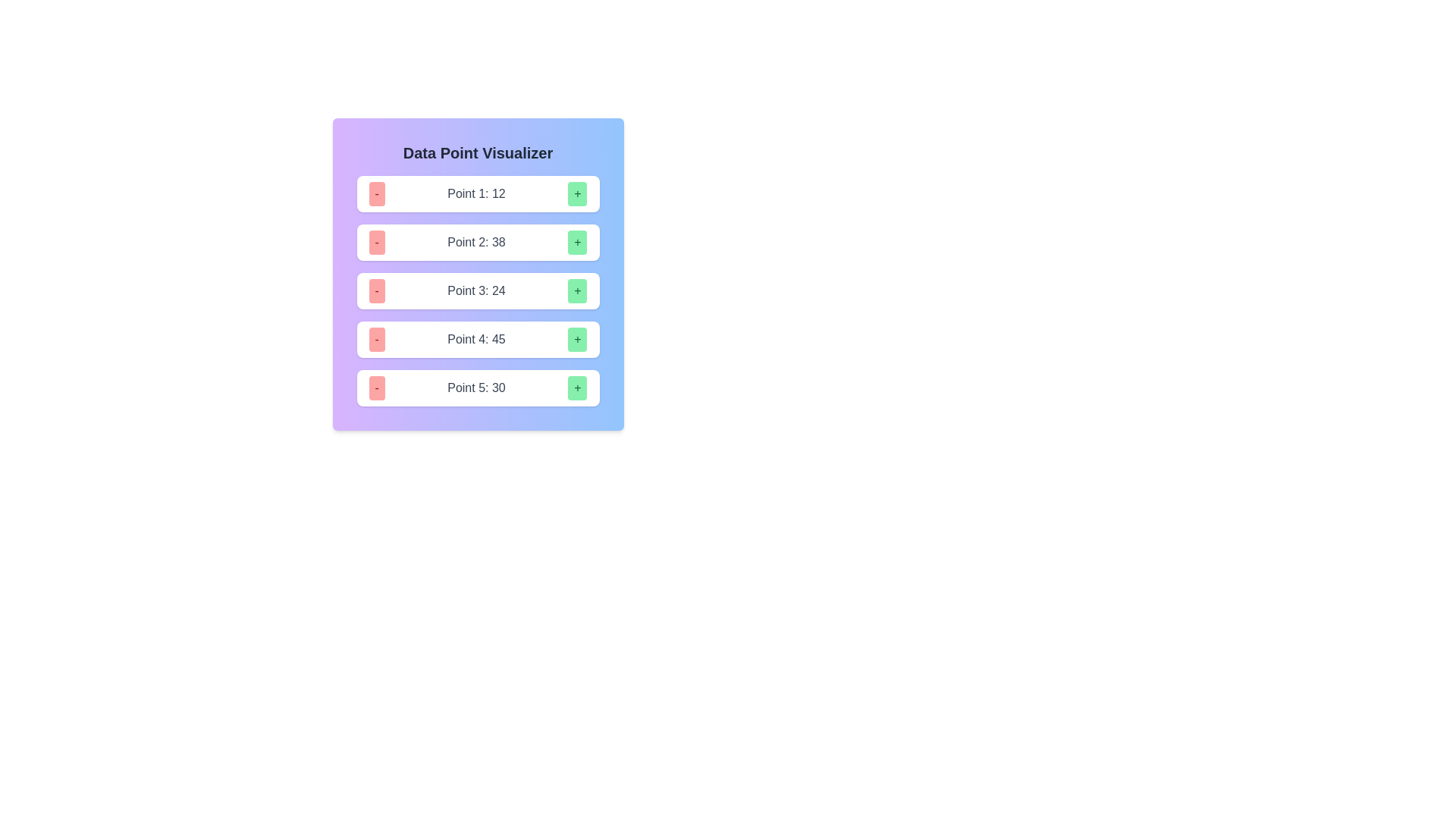 This screenshot has width=1456, height=819. What do you see at coordinates (576, 338) in the screenshot?
I see `the button that increases the count for 'Point 4: 45'` at bounding box center [576, 338].